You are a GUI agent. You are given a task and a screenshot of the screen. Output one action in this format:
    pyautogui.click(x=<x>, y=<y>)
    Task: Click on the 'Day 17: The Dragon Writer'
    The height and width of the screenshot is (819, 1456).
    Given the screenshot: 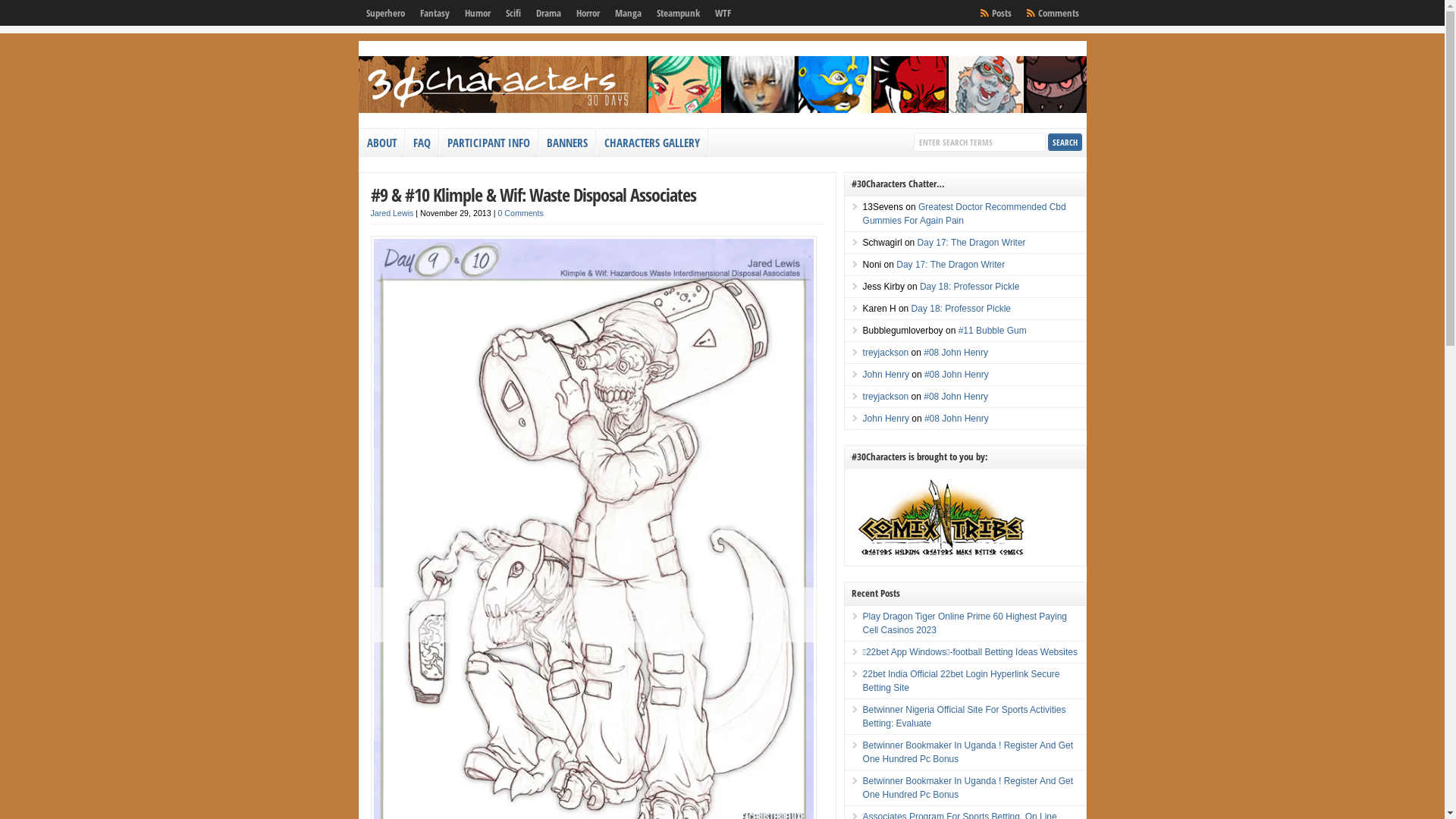 What is the action you would take?
    pyautogui.click(x=949, y=263)
    